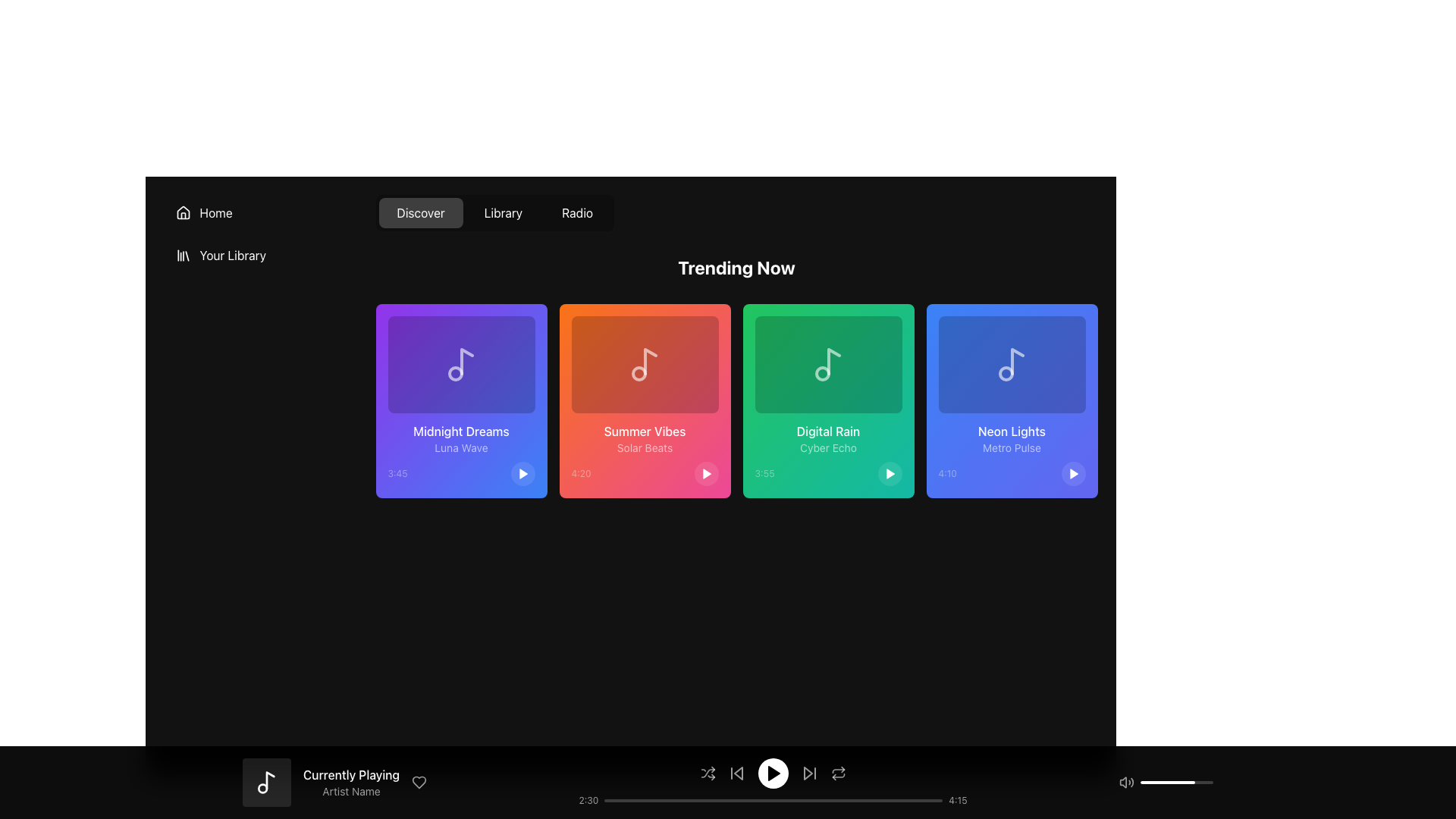 The width and height of the screenshot is (1456, 819). I want to click on the play icon located in the bottom-right corner of the blue song card labeled 'Neon Lights' by 'Metro Pulse' in the 'Trending Now' section to begin playback, so click(1072, 472).